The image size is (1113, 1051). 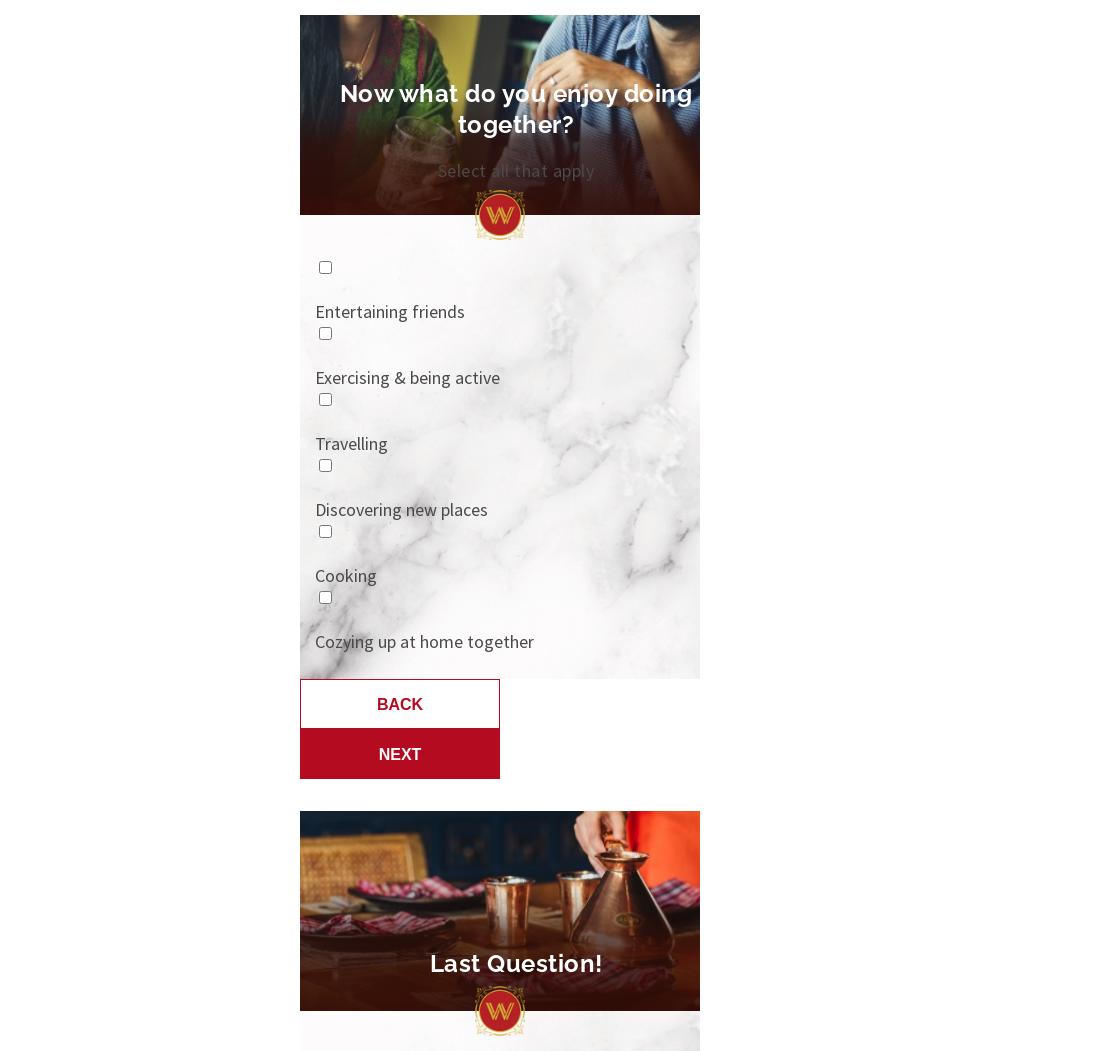 I want to click on 'Back', so click(x=398, y=703).